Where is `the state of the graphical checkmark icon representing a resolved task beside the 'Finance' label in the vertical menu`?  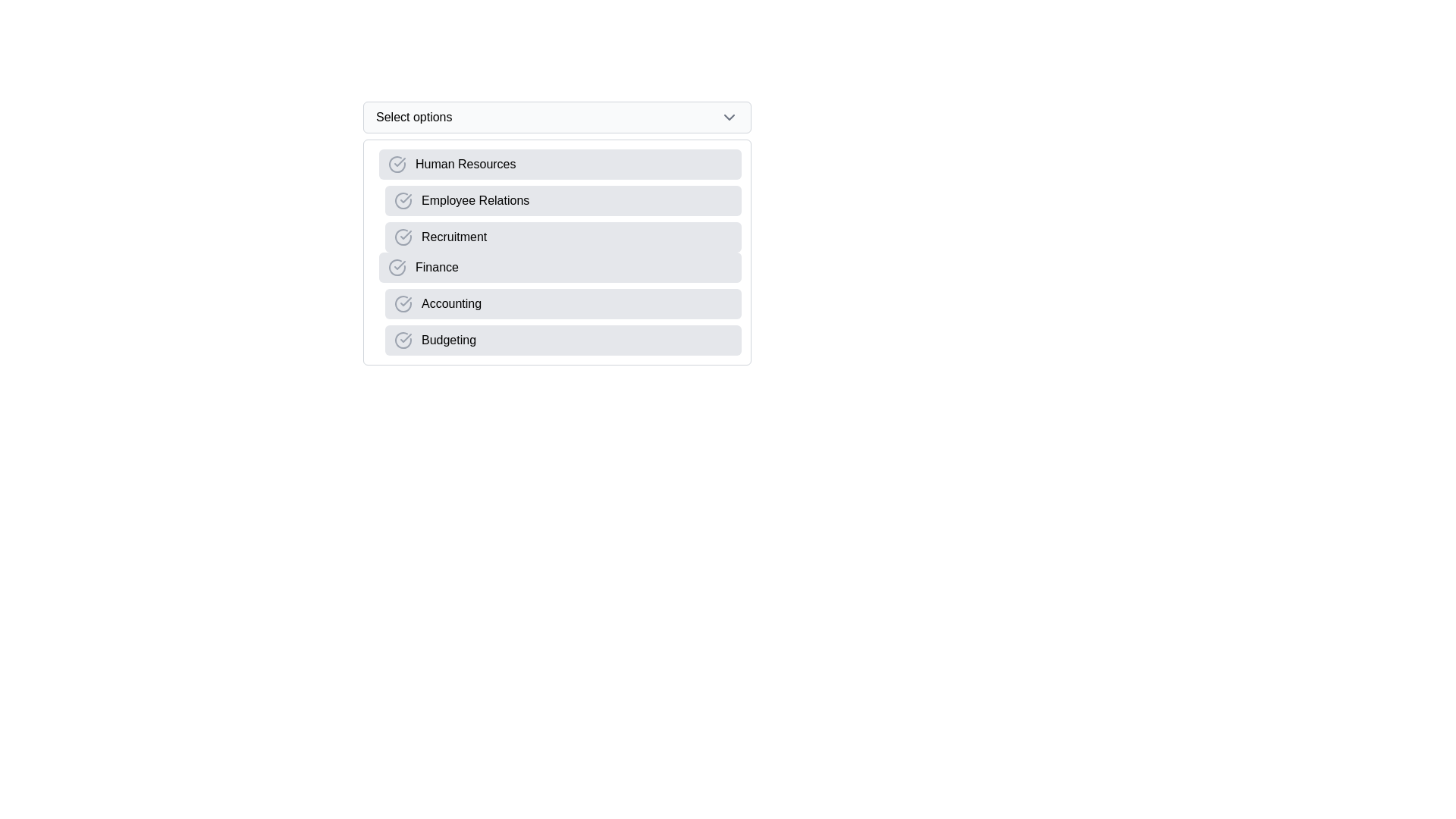 the state of the graphical checkmark icon representing a resolved task beside the 'Finance' label in the vertical menu is located at coordinates (400, 265).